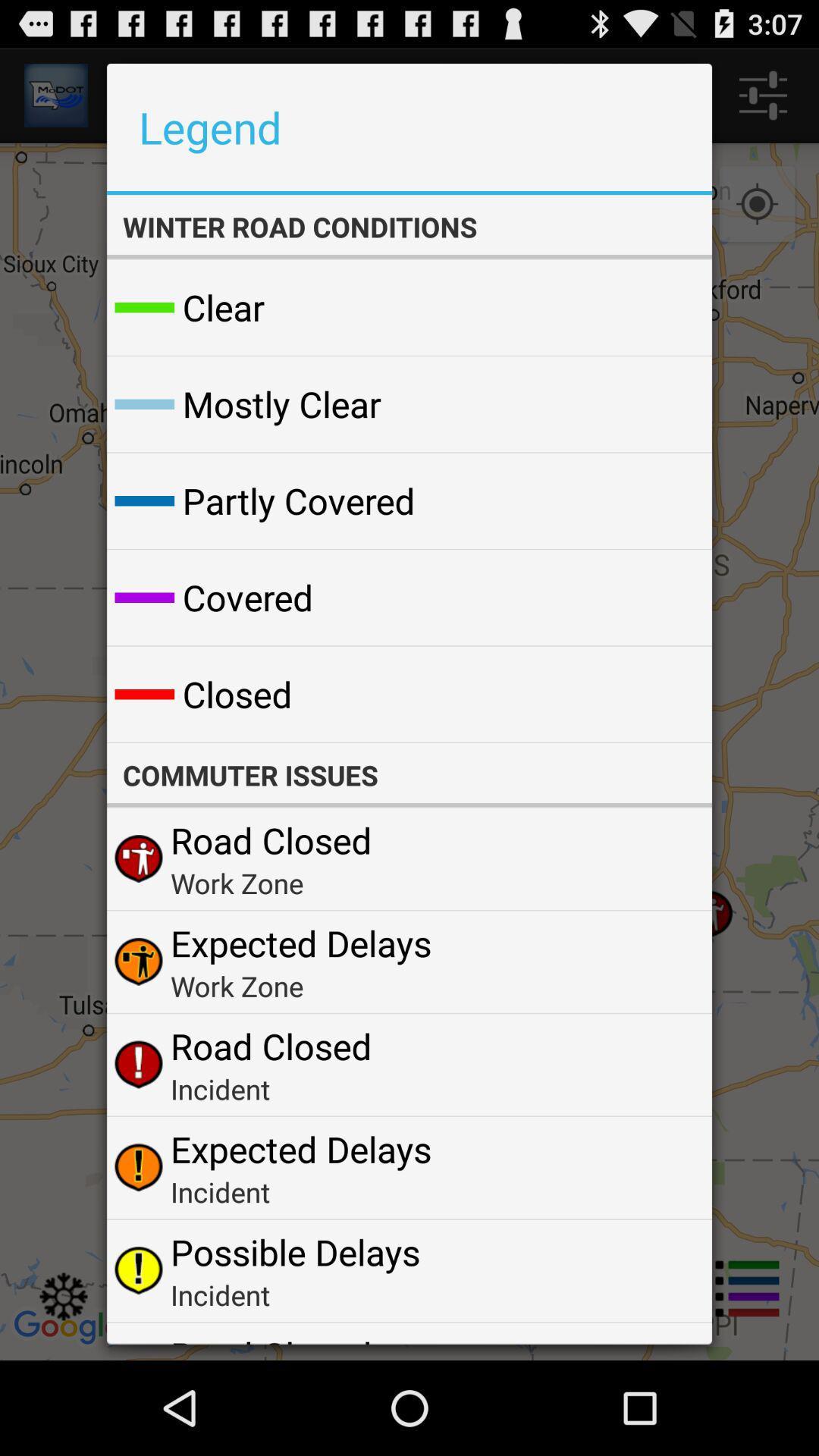 This screenshot has height=1456, width=819. Describe the element at coordinates (663, 306) in the screenshot. I see `the item next to the clear app` at that location.